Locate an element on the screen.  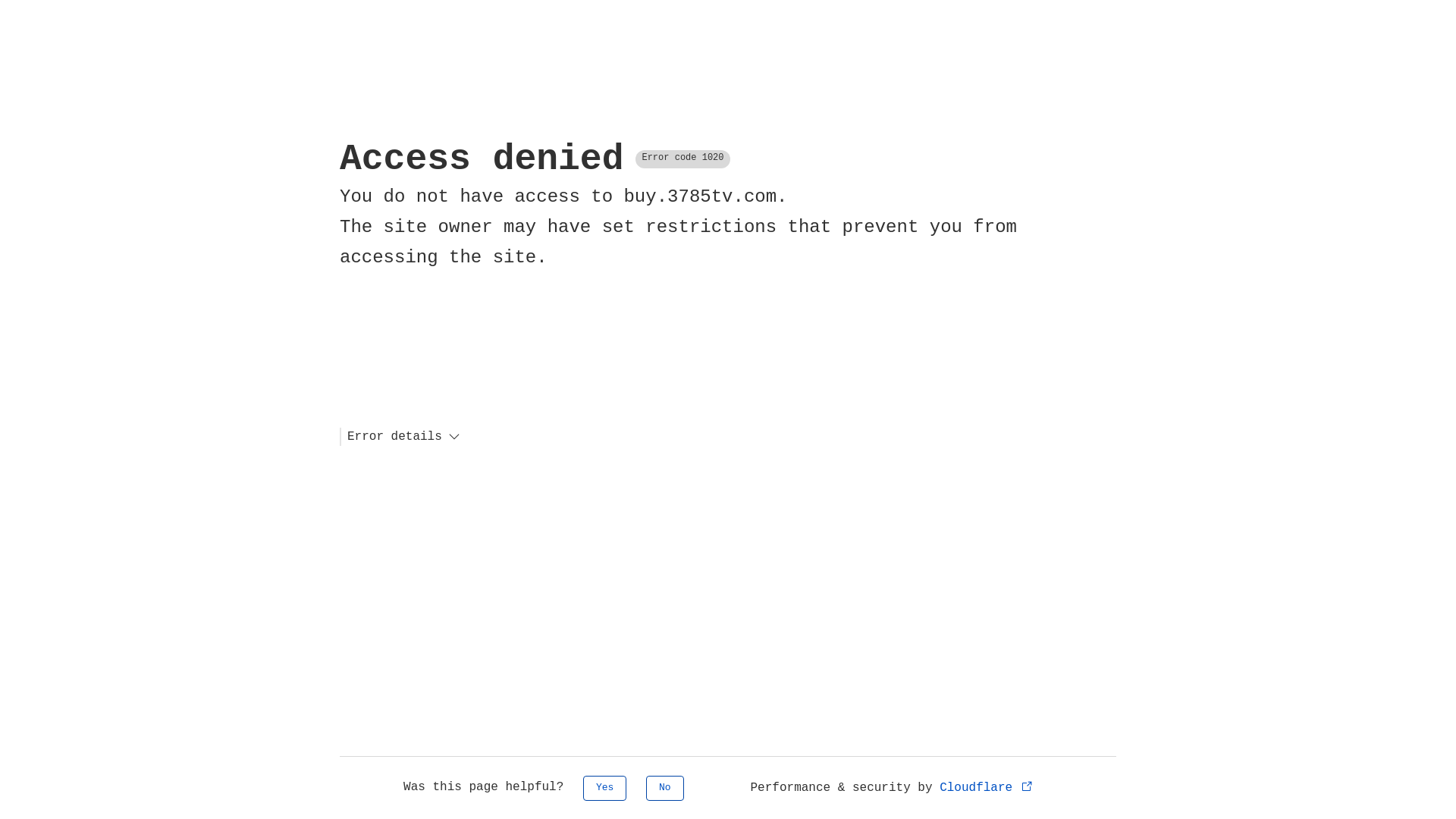
'No' is located at coordinates (665, 787).